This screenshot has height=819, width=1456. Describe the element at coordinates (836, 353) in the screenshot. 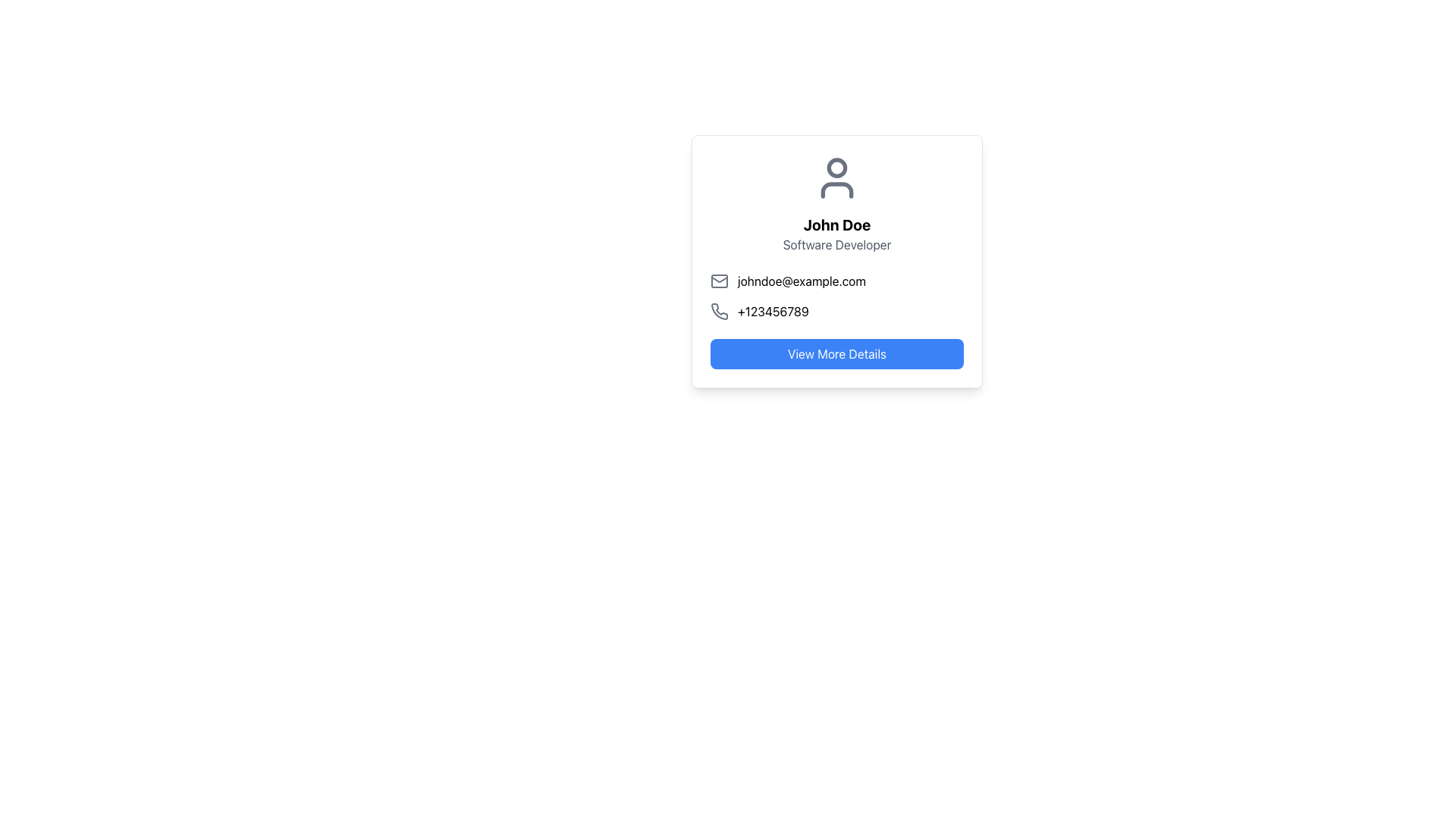

I see `the call-to-action button located at the bottom of the card displaying information about 'John Doe'` at that location.